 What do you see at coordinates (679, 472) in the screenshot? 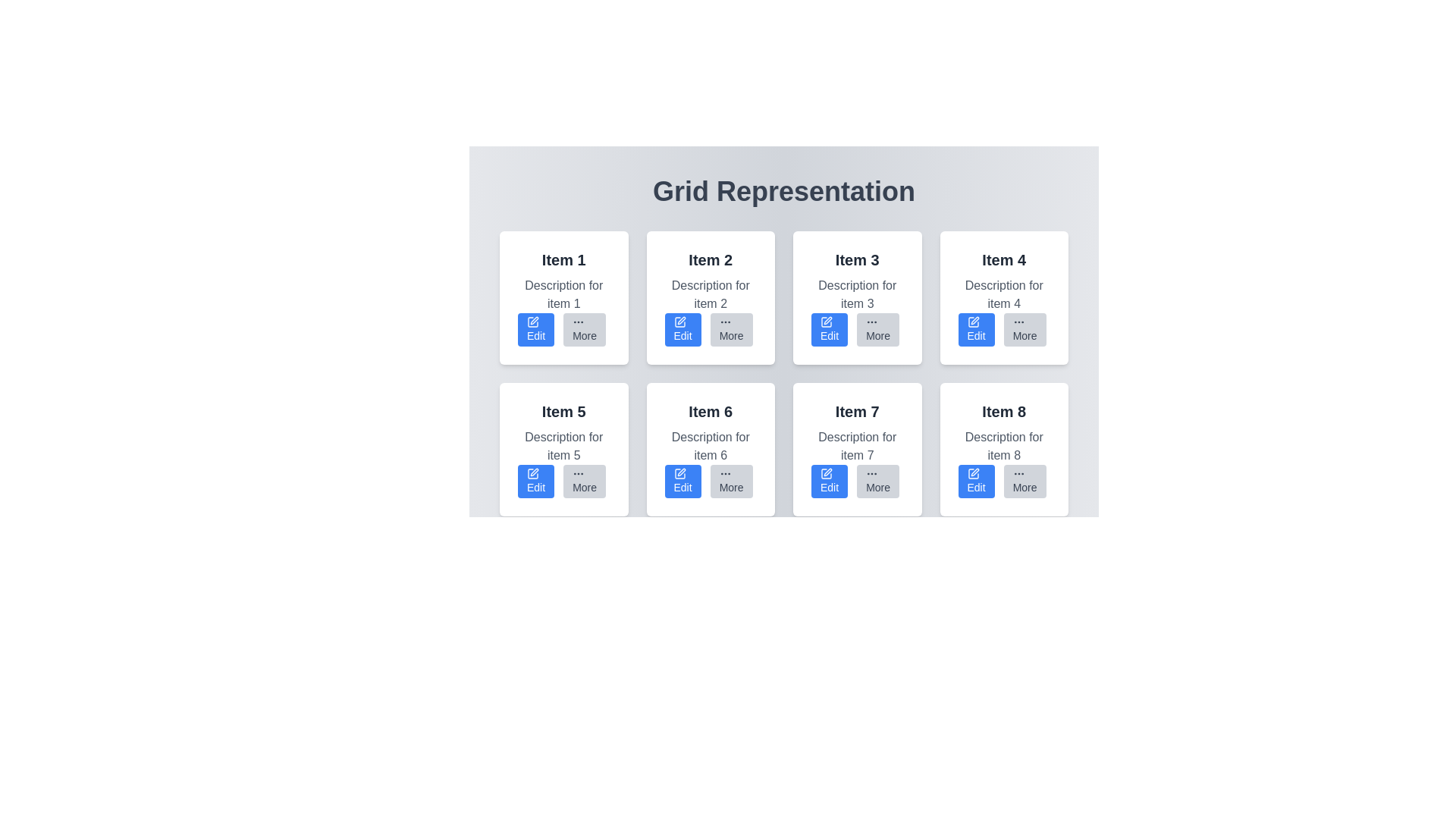
I see `the icon element resembling a box with a stylized pen, which is part of the sixth item in the grid layout associated with the blue 'Edit' button` at bounding box center [679, 472].